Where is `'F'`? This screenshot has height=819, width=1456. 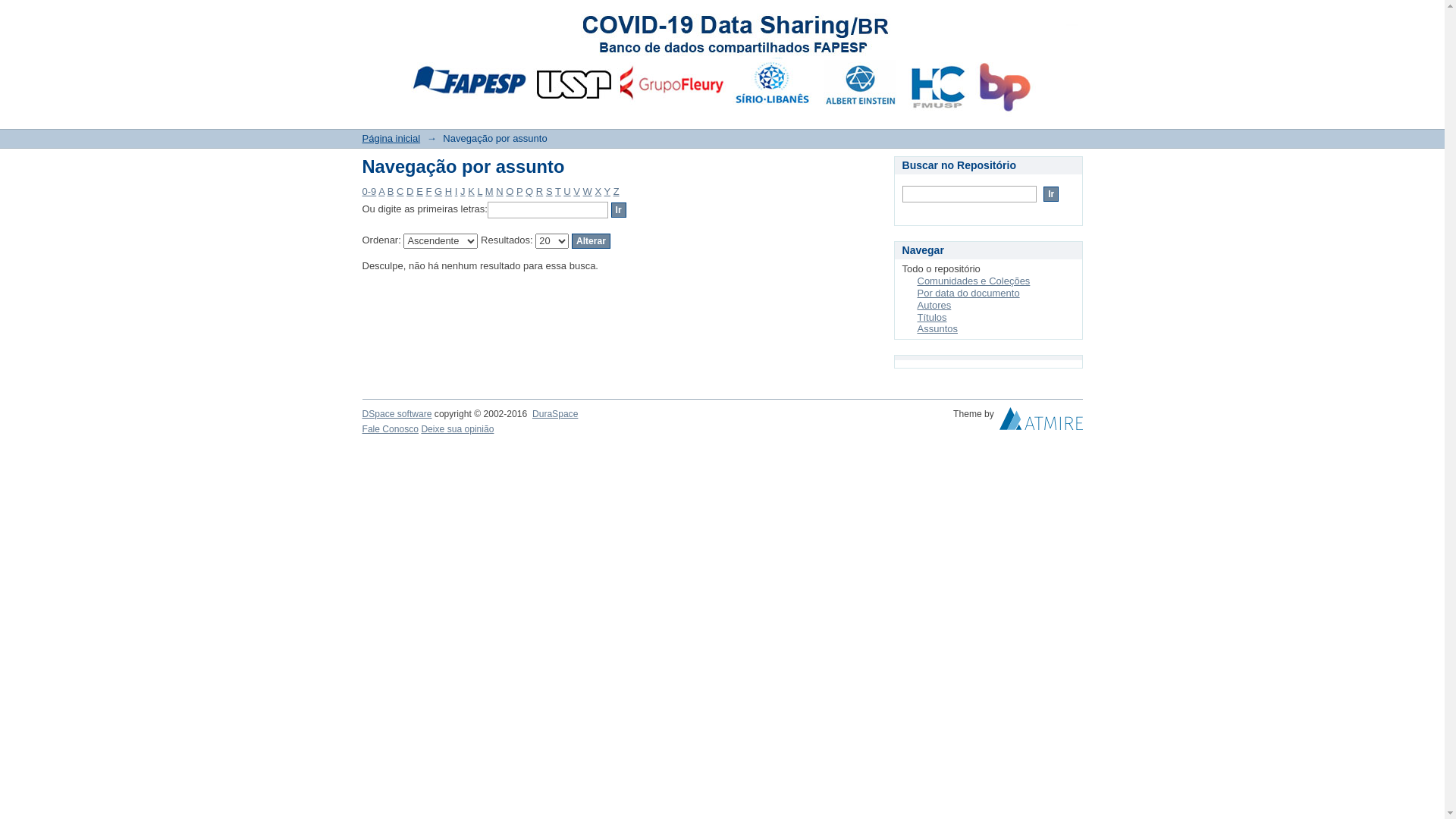 'F' is located at coordinates (428, 190).